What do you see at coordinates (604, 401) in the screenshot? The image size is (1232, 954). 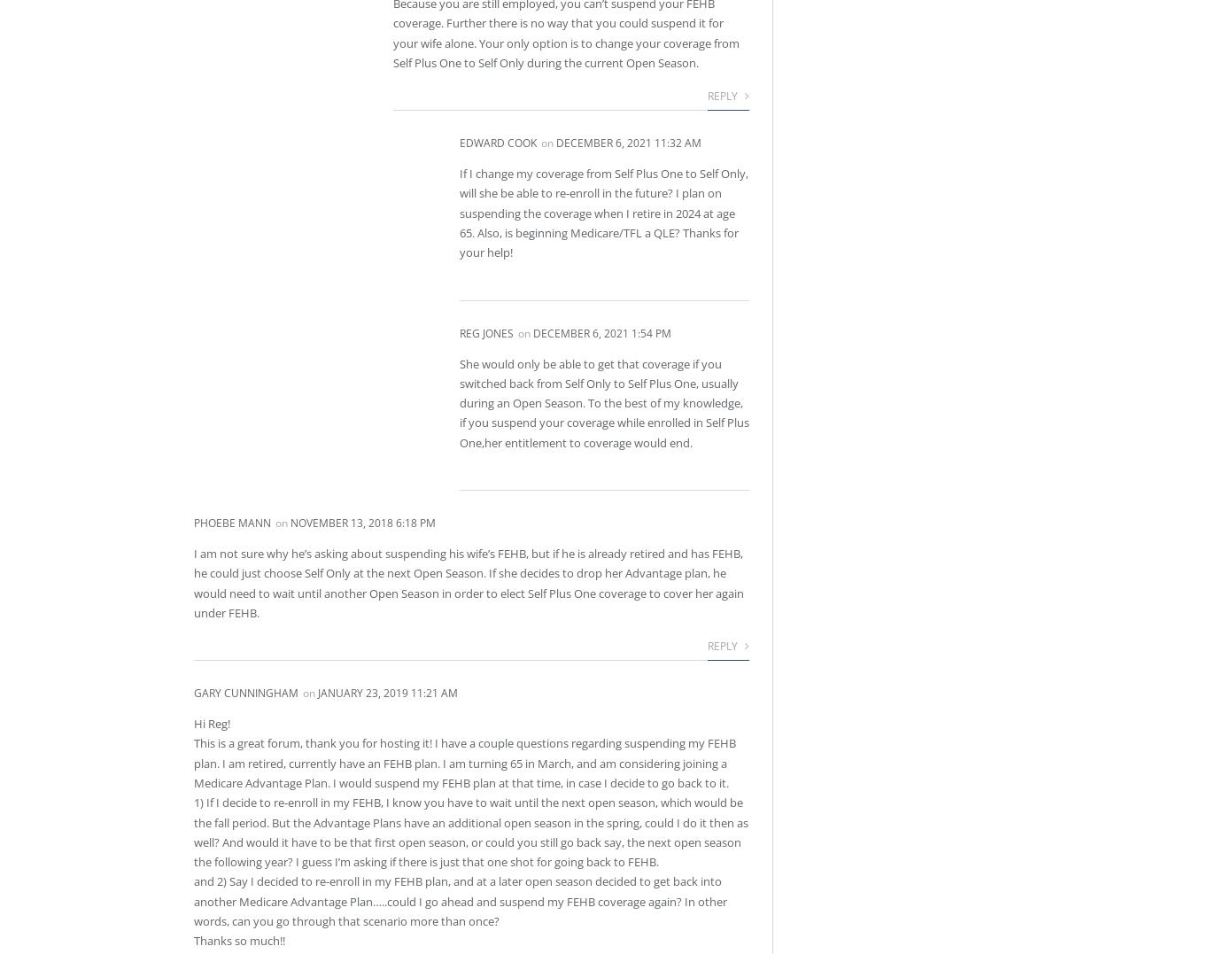 I see `'She would only be able to get that coverage if you switched back from Self Only to Self Plus One, usually  during an Open Season. To the best of my knowledge, if you suspend your coverage while enrolled in Self Plus One,her entitlement to coverage would end.'` at bounding box center [604, 401].